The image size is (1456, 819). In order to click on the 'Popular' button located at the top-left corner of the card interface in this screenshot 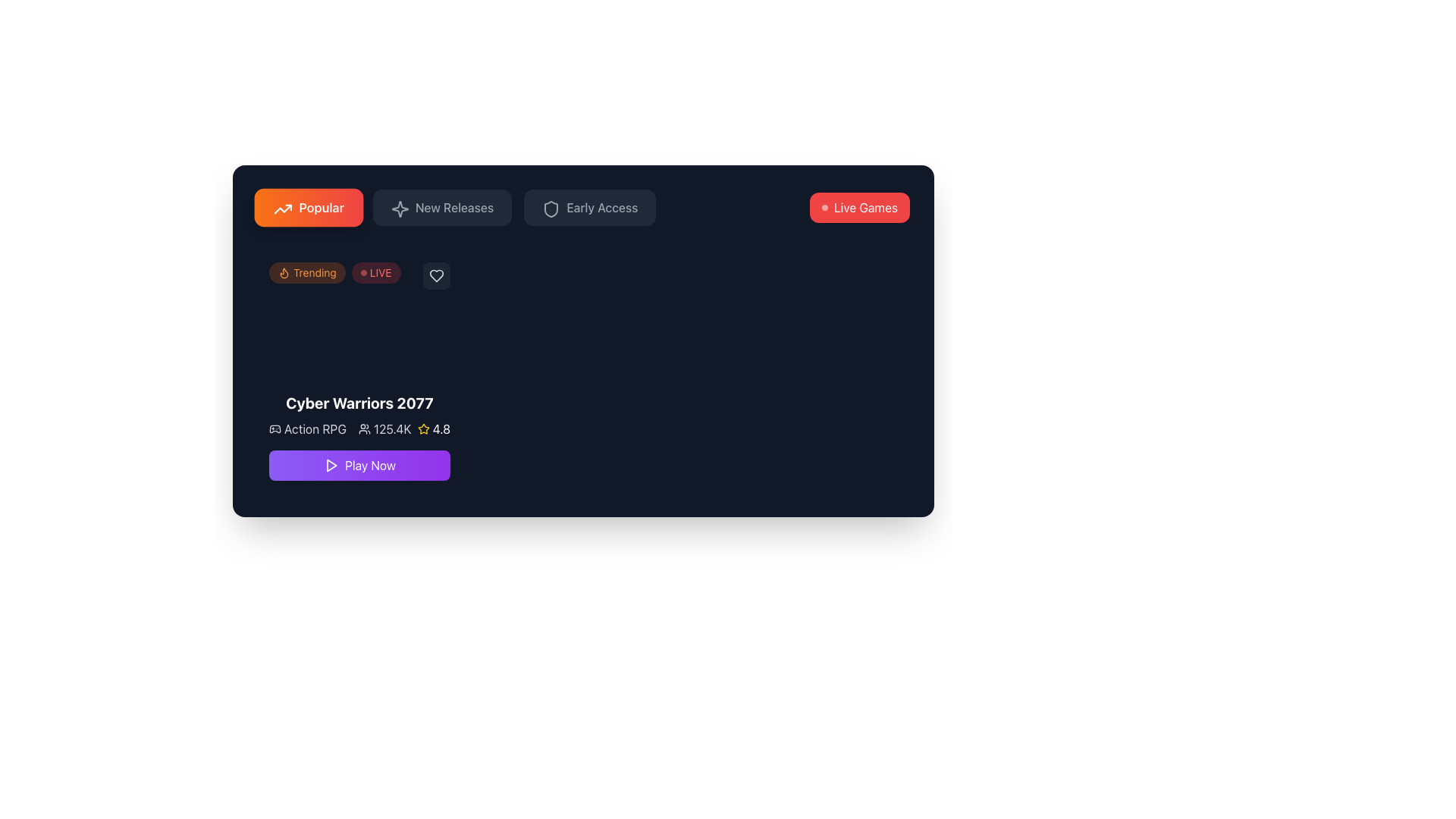, I will do `click(308, 207)`.